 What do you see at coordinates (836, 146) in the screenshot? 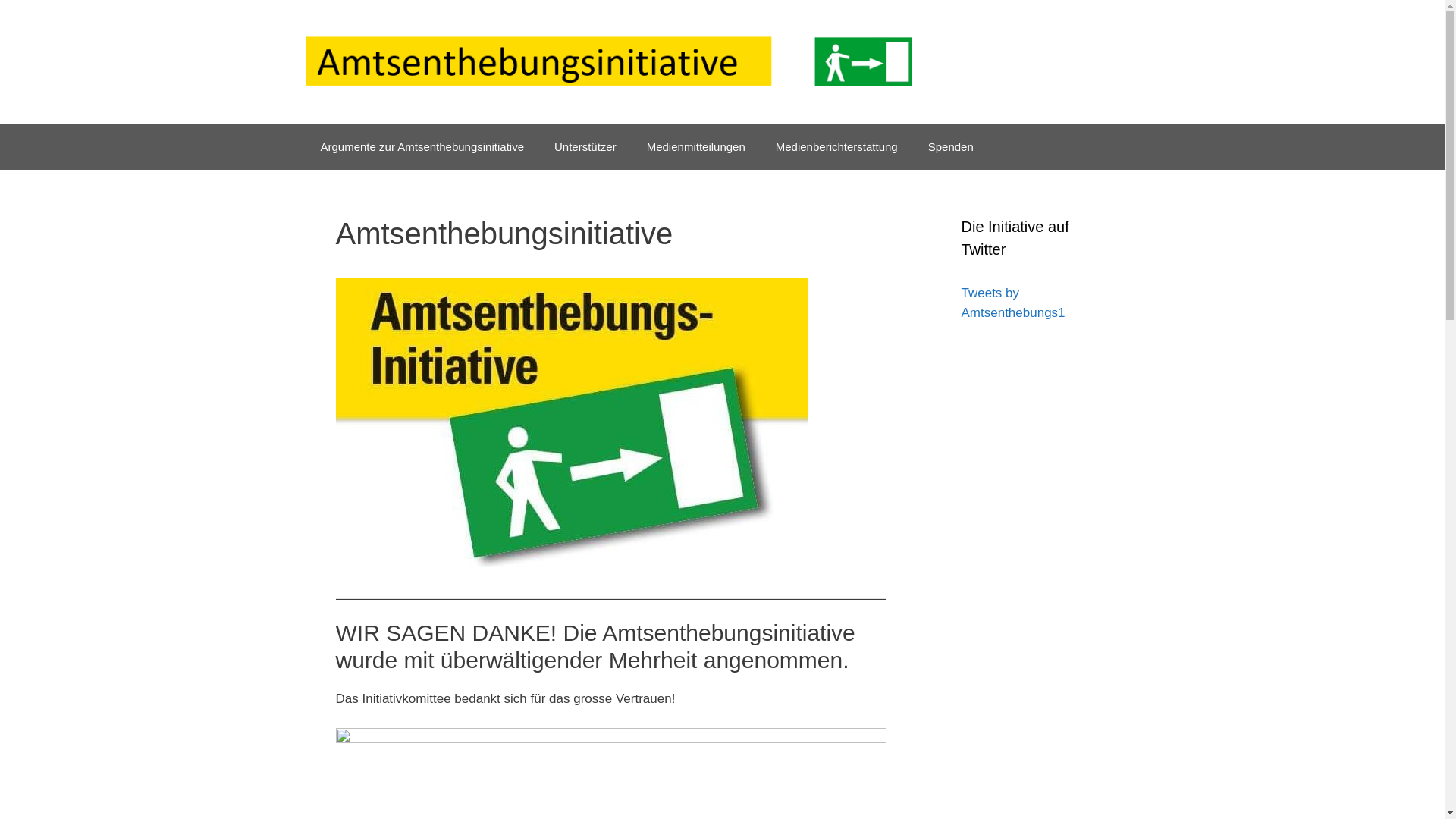
I see `'Medienberichterstattung'` at bounding box center [836, 146].